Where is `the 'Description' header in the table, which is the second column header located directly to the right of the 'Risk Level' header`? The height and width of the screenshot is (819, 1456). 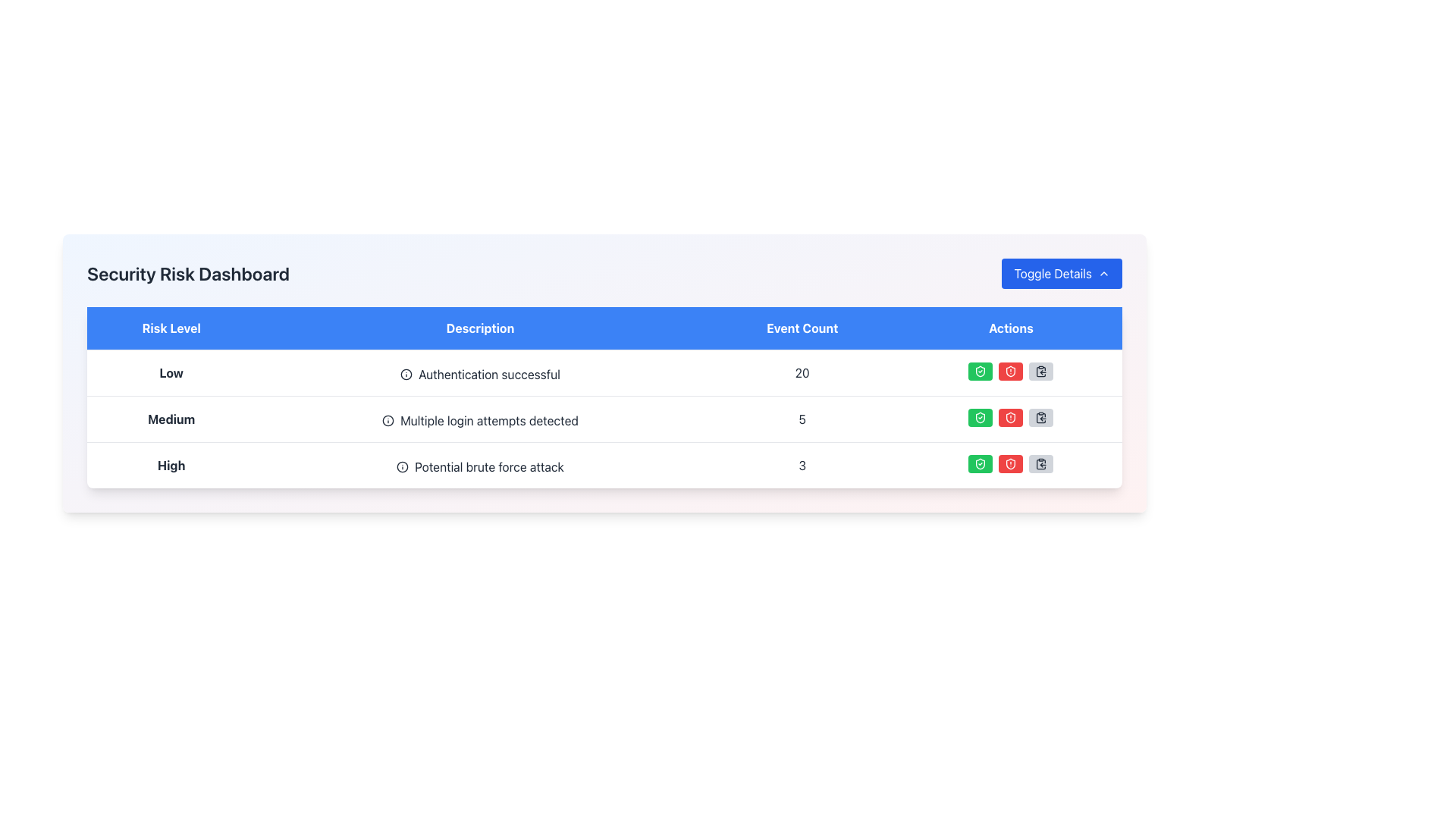 the 'Description' header in the table, which is the second column header located directly to the right of the 'Risk Level' header is located at coordinates (479, 328).